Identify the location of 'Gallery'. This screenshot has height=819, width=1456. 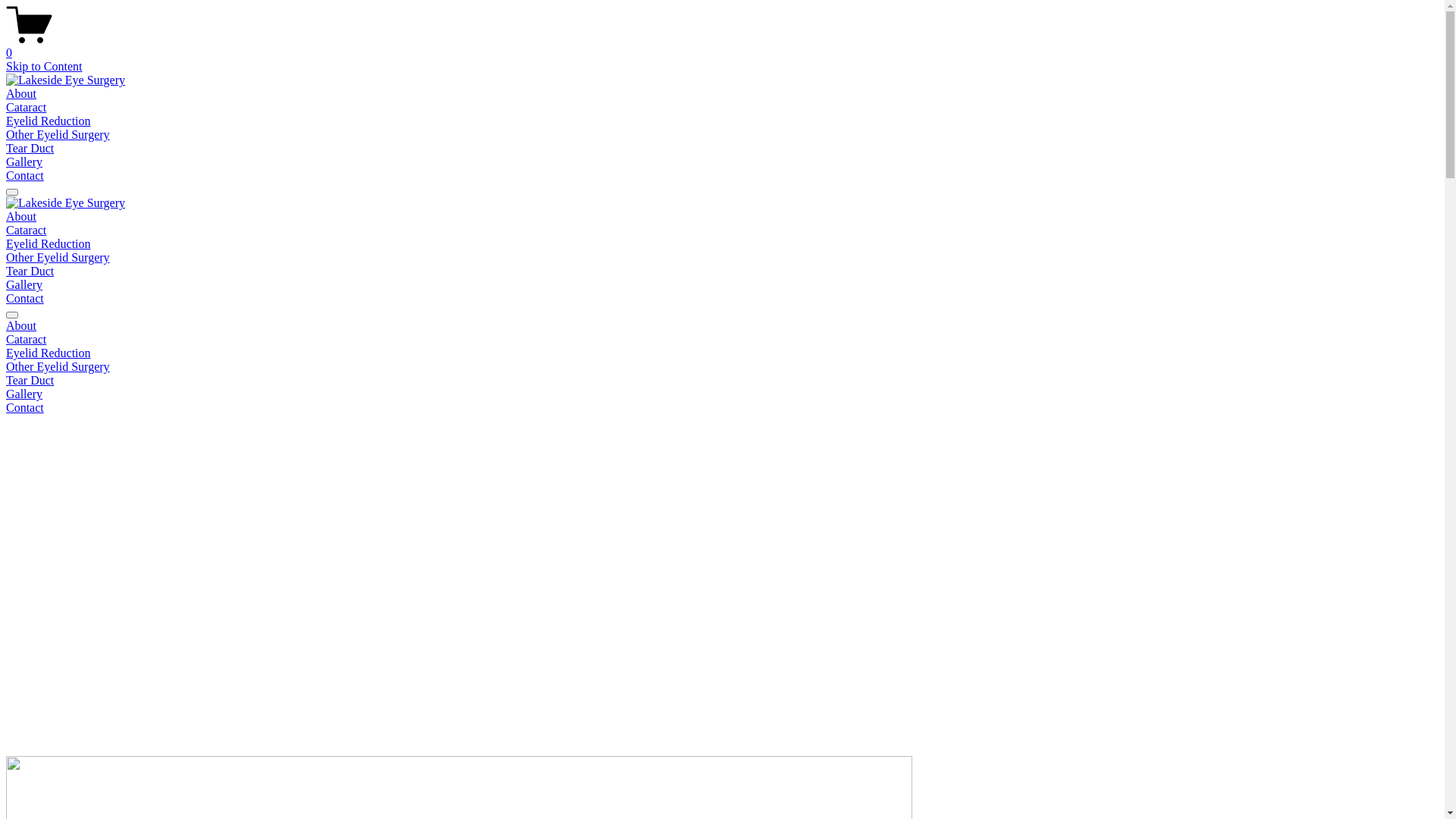
(24, 284).